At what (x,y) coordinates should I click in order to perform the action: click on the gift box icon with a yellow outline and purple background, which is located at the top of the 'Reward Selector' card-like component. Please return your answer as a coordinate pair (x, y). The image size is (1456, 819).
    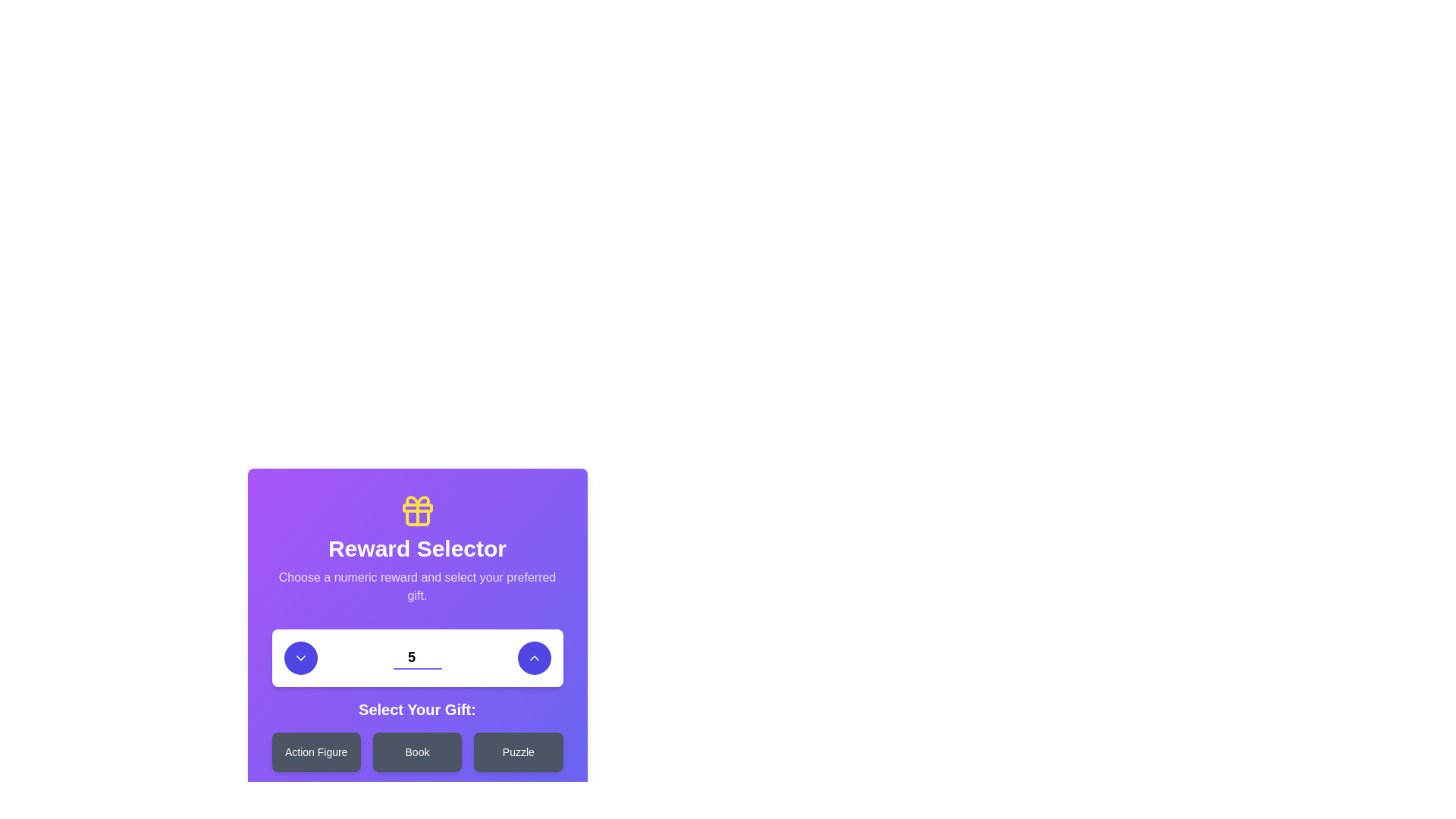
    Looking at the image, I should click on (417, 511).